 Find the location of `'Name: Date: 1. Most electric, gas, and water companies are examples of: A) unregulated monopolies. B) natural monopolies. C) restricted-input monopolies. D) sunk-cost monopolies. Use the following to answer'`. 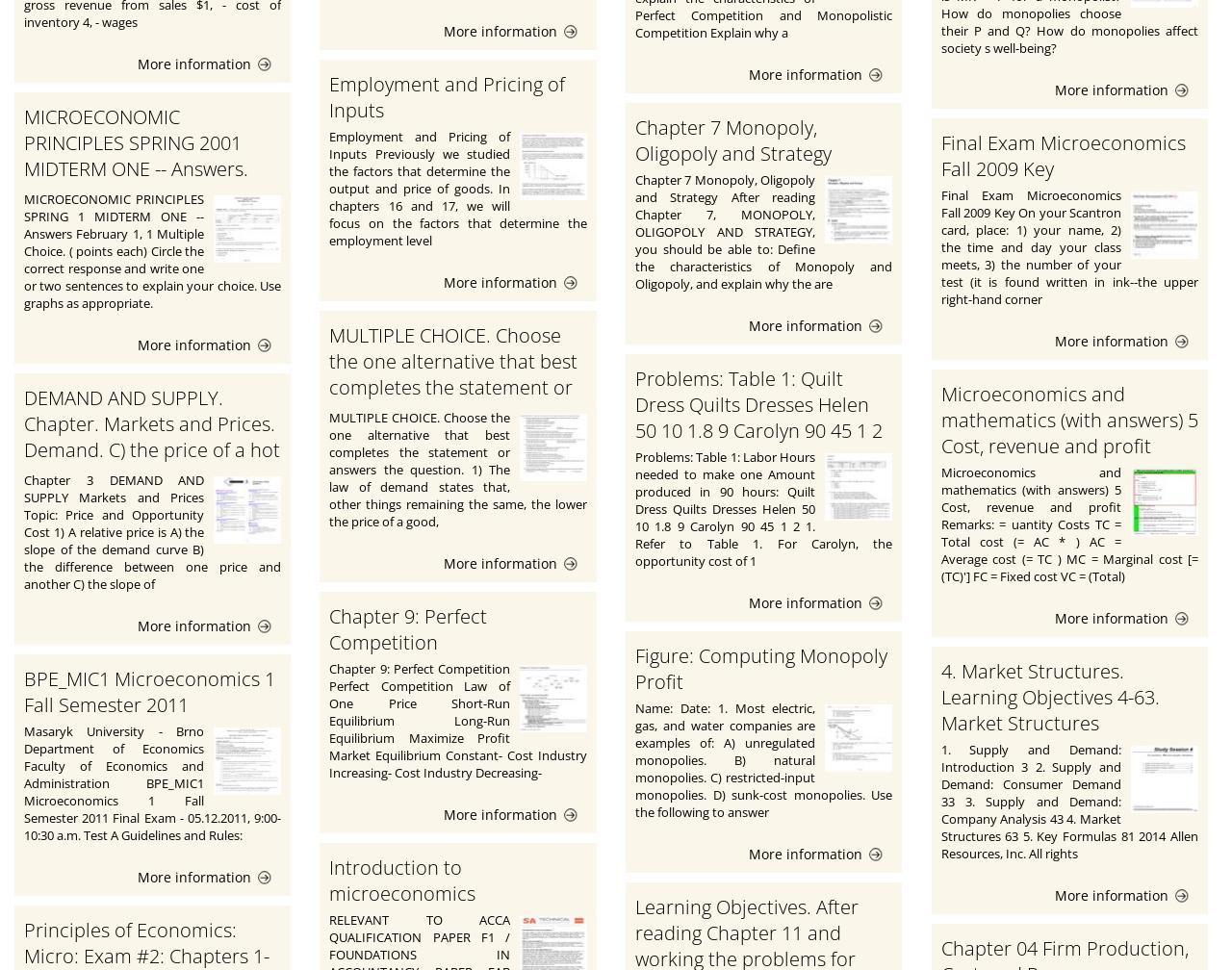

'Name: Date: 1. Most electric, gas, and water companies are examples of: A) unregulated monopolies. B) natural monopolies. C) restricted-input monopolies. D) sunk-cost monopolies. Use the following to answer' is located at coordinates (761, 759).